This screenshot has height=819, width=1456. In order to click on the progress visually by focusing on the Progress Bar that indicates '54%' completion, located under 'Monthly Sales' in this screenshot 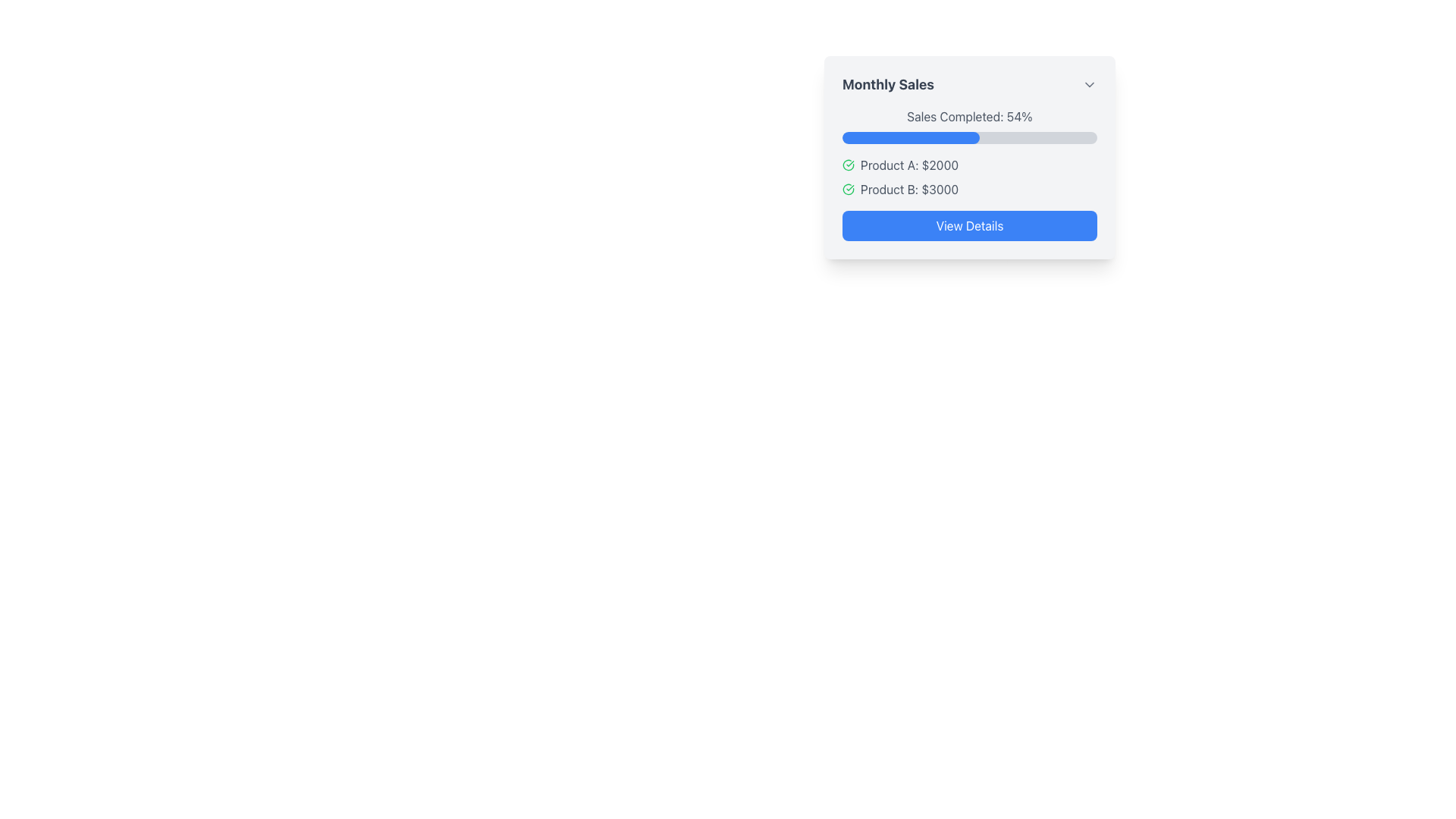, I will do `click(968, 137)`.